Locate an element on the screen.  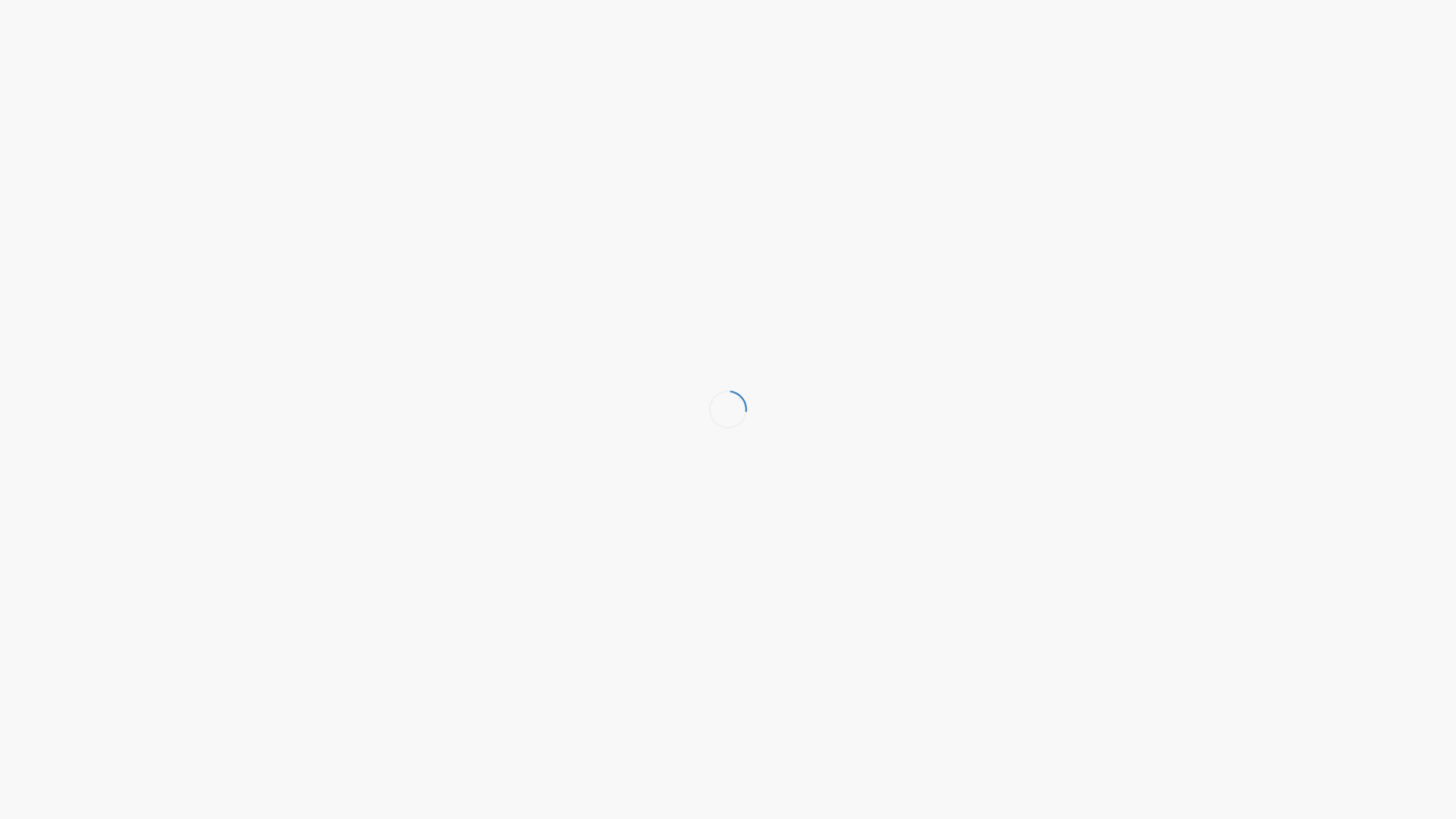
'Naar de inhoud springen' is located at coordinates (0, 0).